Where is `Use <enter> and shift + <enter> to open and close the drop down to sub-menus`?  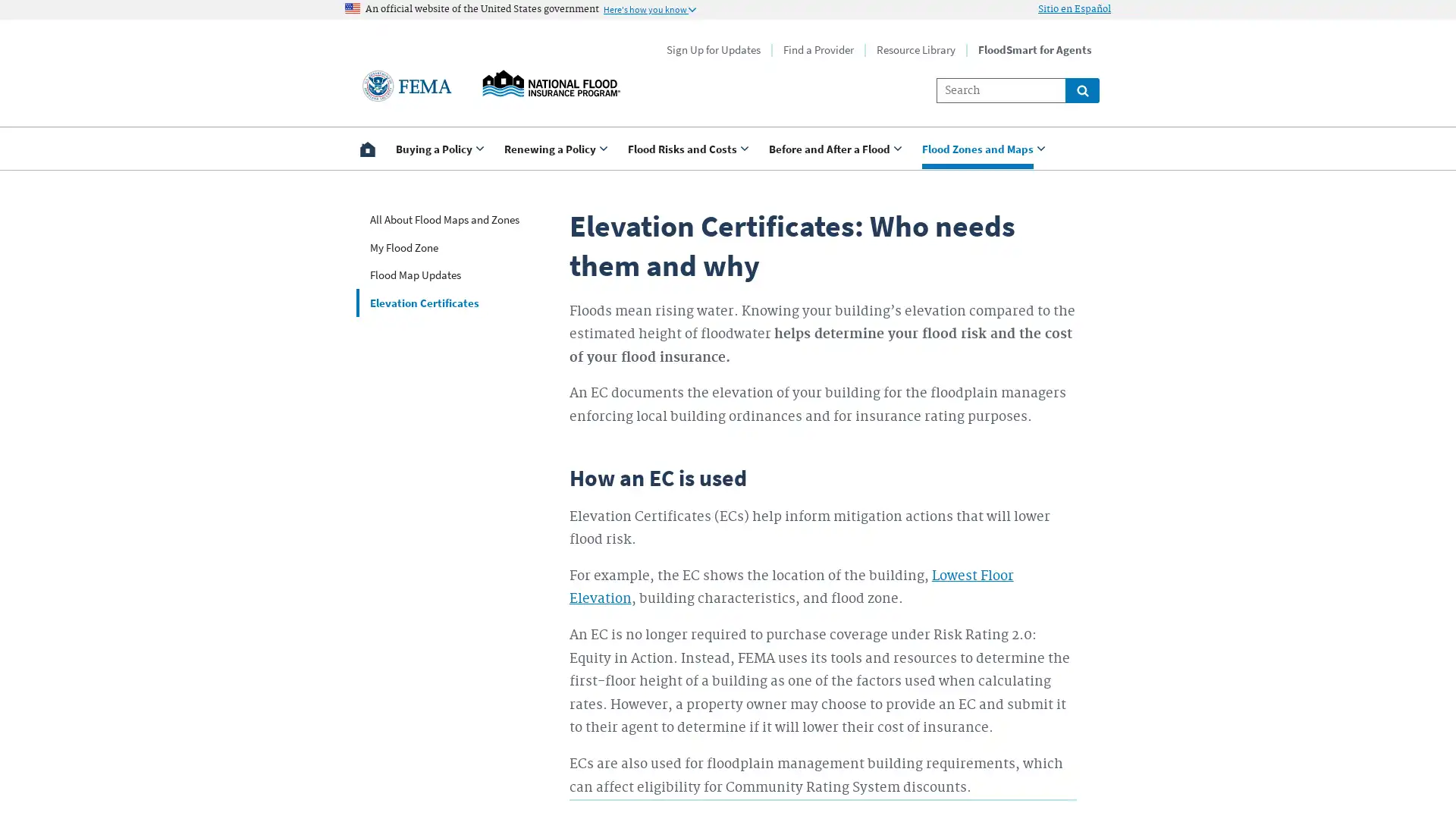 Use <enter> and shift + <enter> to open and close the drop down to sub-menus is located at coordinates (441, 148).